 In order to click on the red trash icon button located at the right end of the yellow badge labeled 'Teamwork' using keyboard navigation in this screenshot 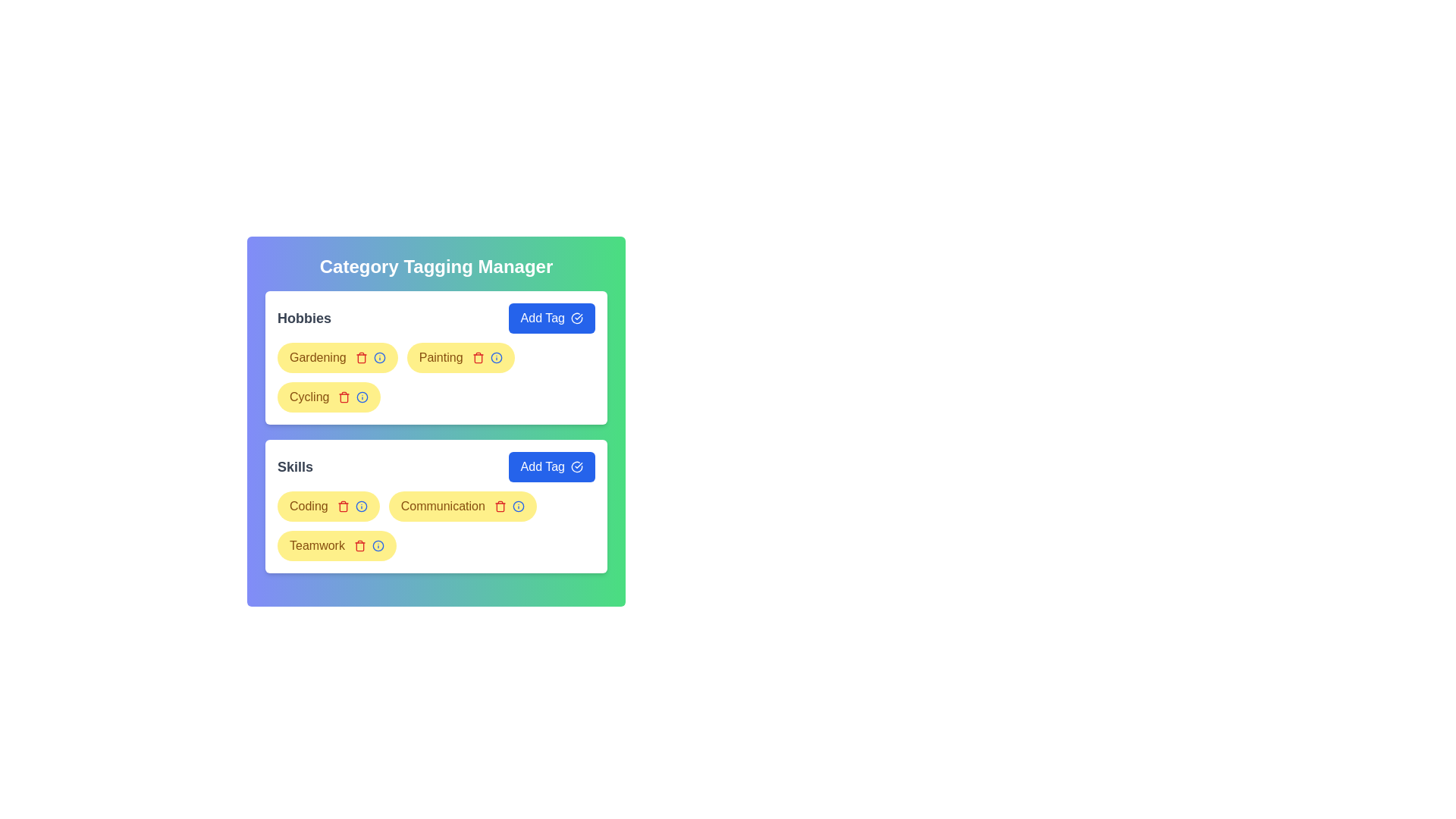, I will do `click(359, 546)`.